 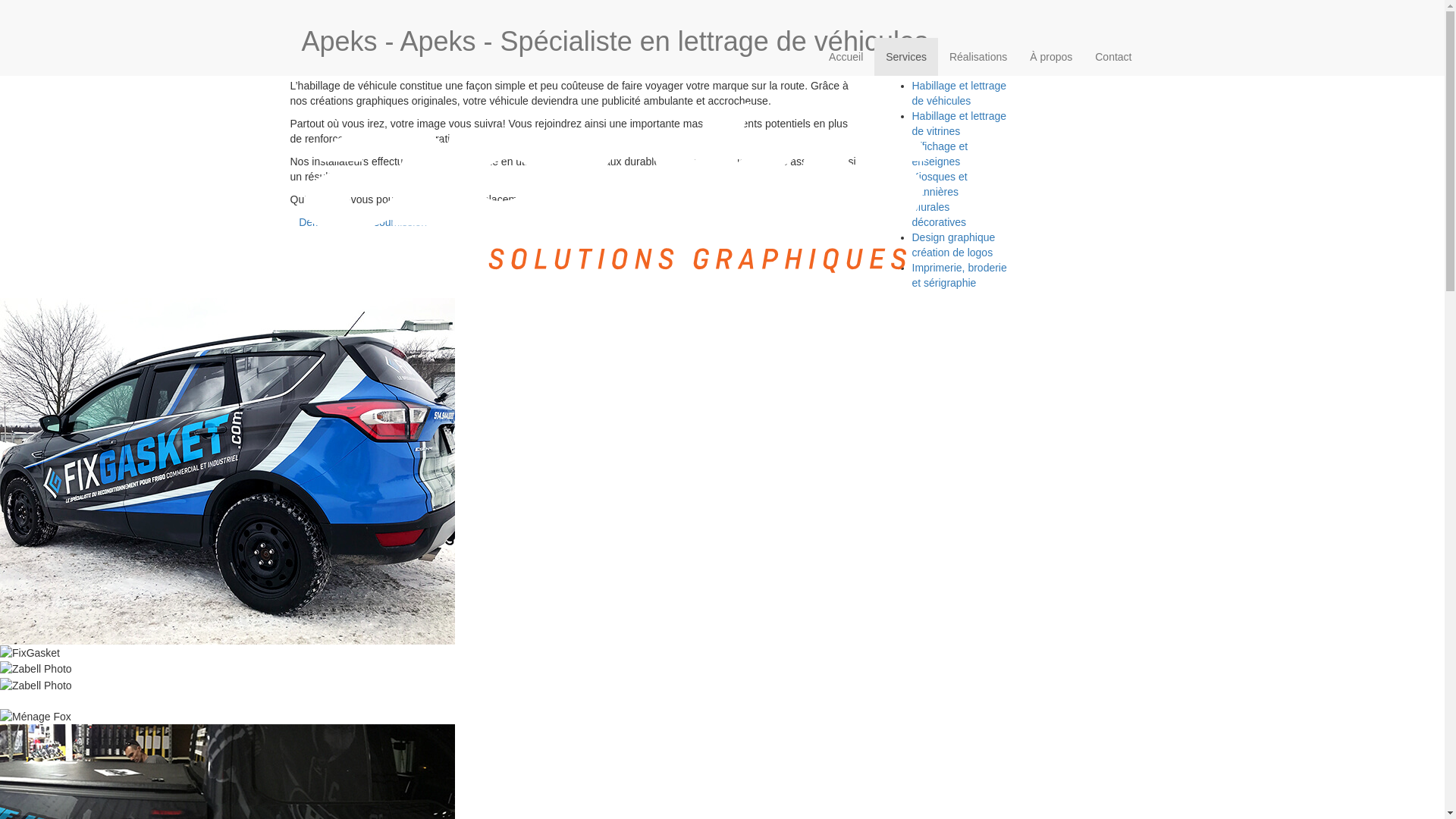 What do you see at coordinates (958, 122) in the screenshot?
I see `'Habillage et lettrage` at bounding box center [958, 122].